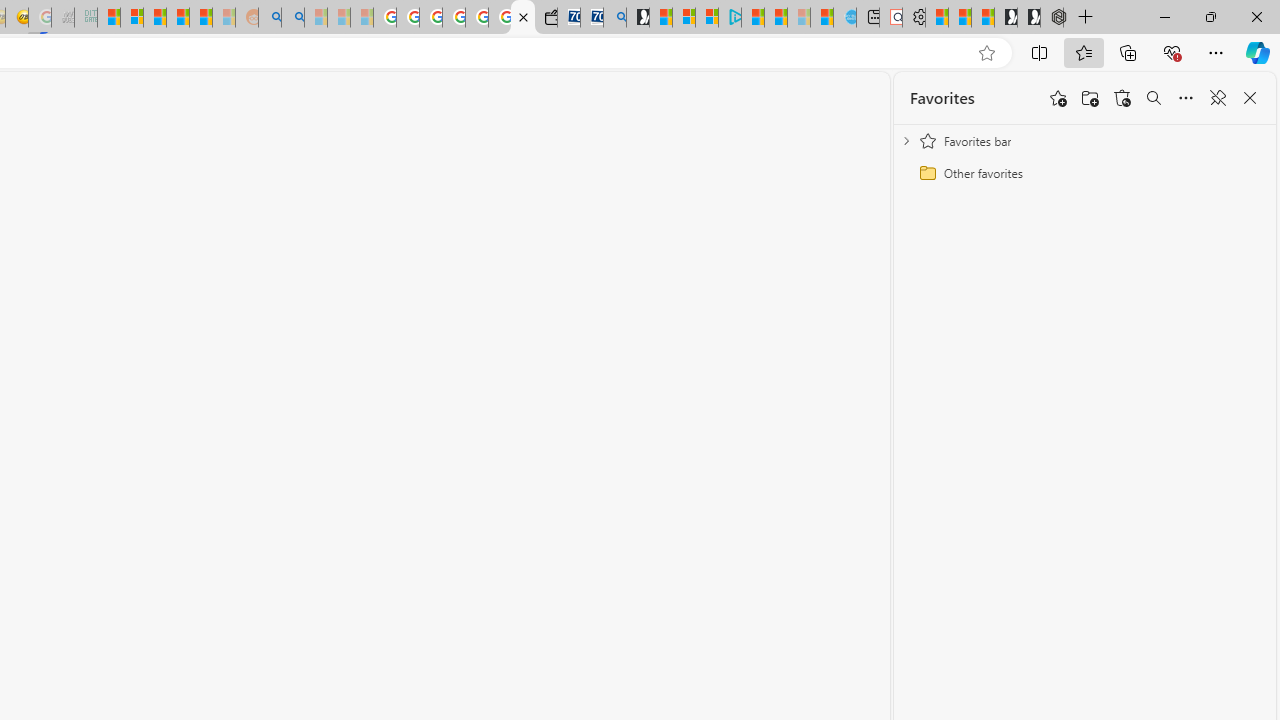  What do you see at coordinates (845, 17) in the screenshot?
I see `'Home | Sky Blue Bikes - Sky Blue Bikes'` at bounding box center [845, 17].